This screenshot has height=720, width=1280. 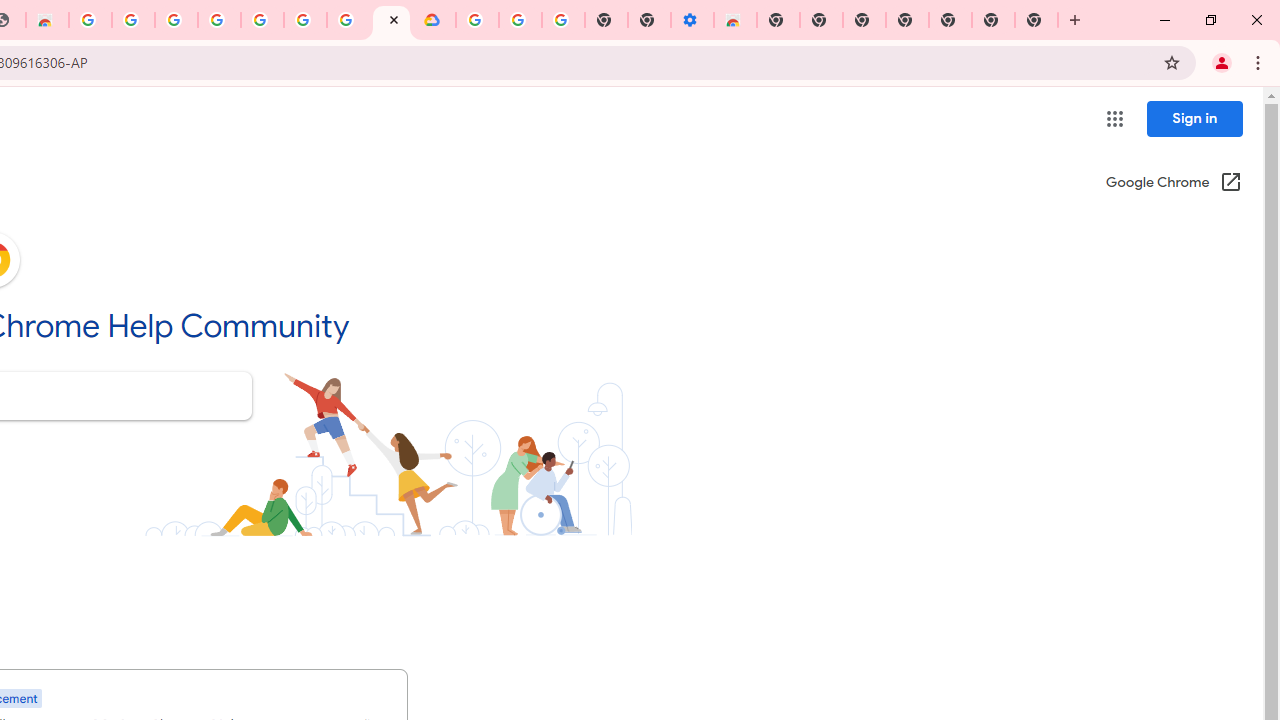 What do you see at coordinates (734, 20) in the screenshot?
I see `'Chrome Web Store - Accessibility extensions'` at bounding box center [734, 20].